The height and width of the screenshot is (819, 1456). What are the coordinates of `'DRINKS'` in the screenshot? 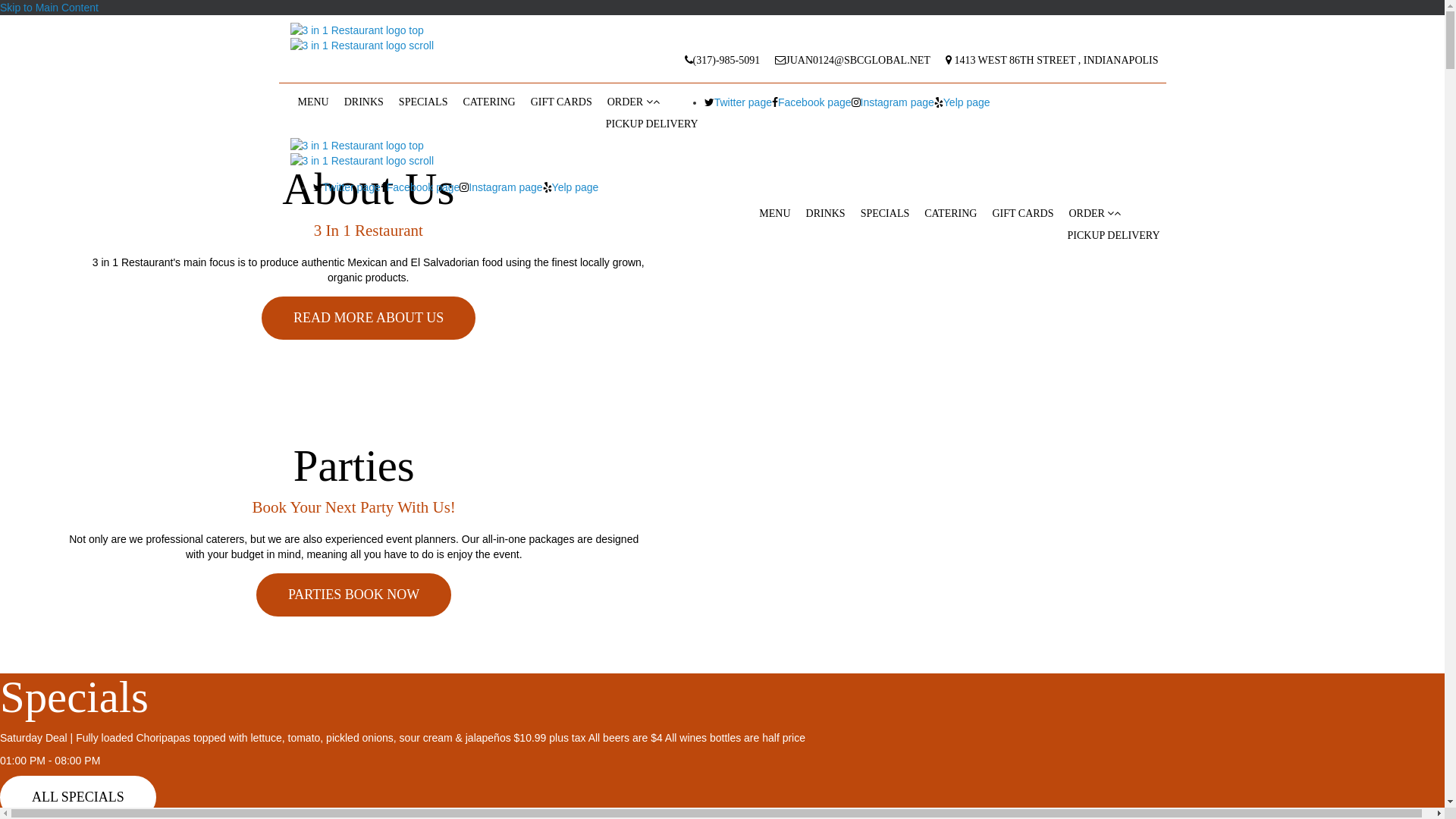 It's located at (797, 213).